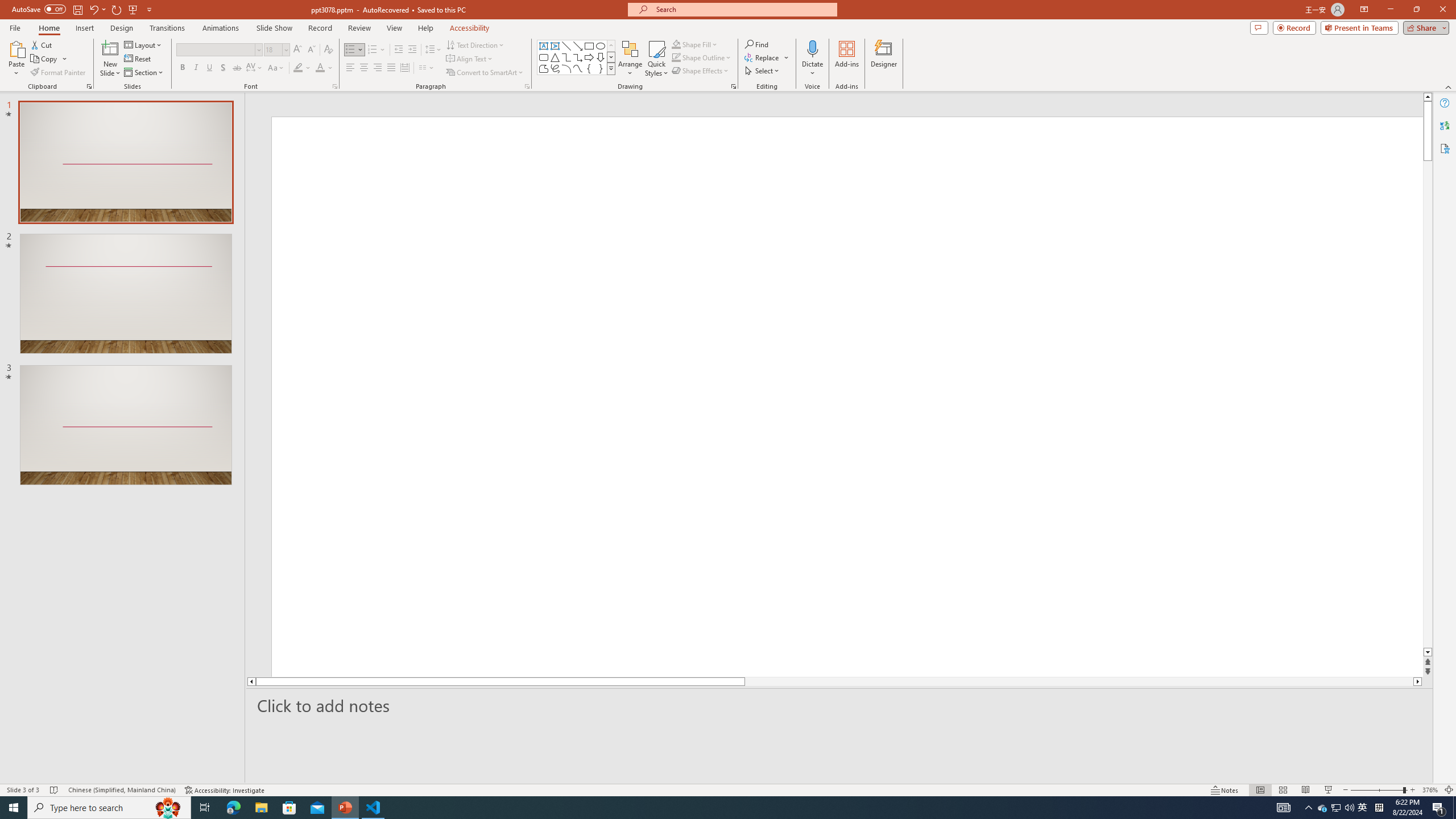 The height and width of the screenshot is (819, 1456). What do you see at coordinates (676, 56) in the screenshot?
I see `'Shape Outline Green, Accent 1'` at bounding box center [676, 56].